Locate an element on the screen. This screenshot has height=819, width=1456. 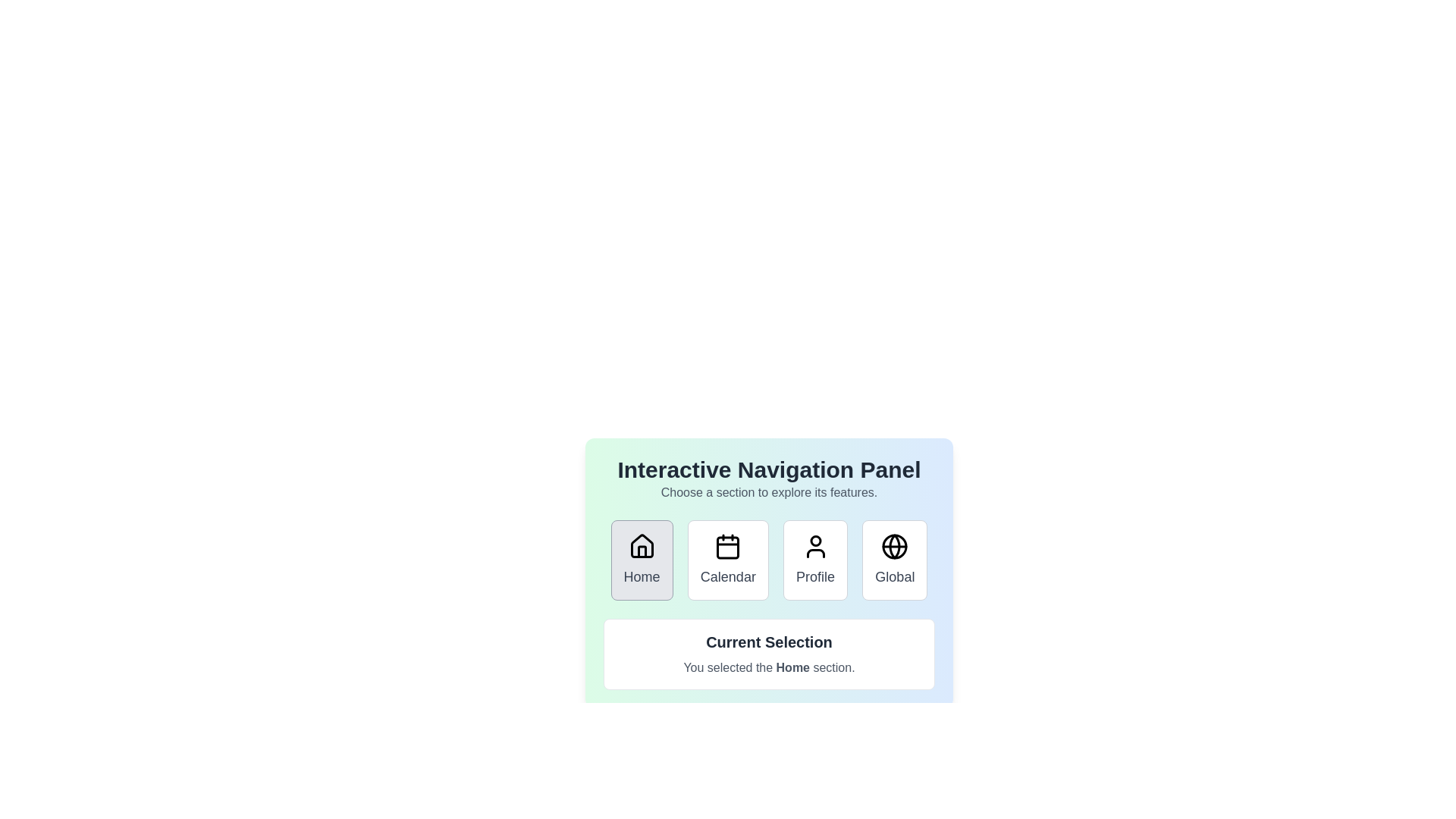
text element stating 'You selected the Home section.' which is located in the subsection titled 'Current Selection.' is located at coordinates (769, 667).